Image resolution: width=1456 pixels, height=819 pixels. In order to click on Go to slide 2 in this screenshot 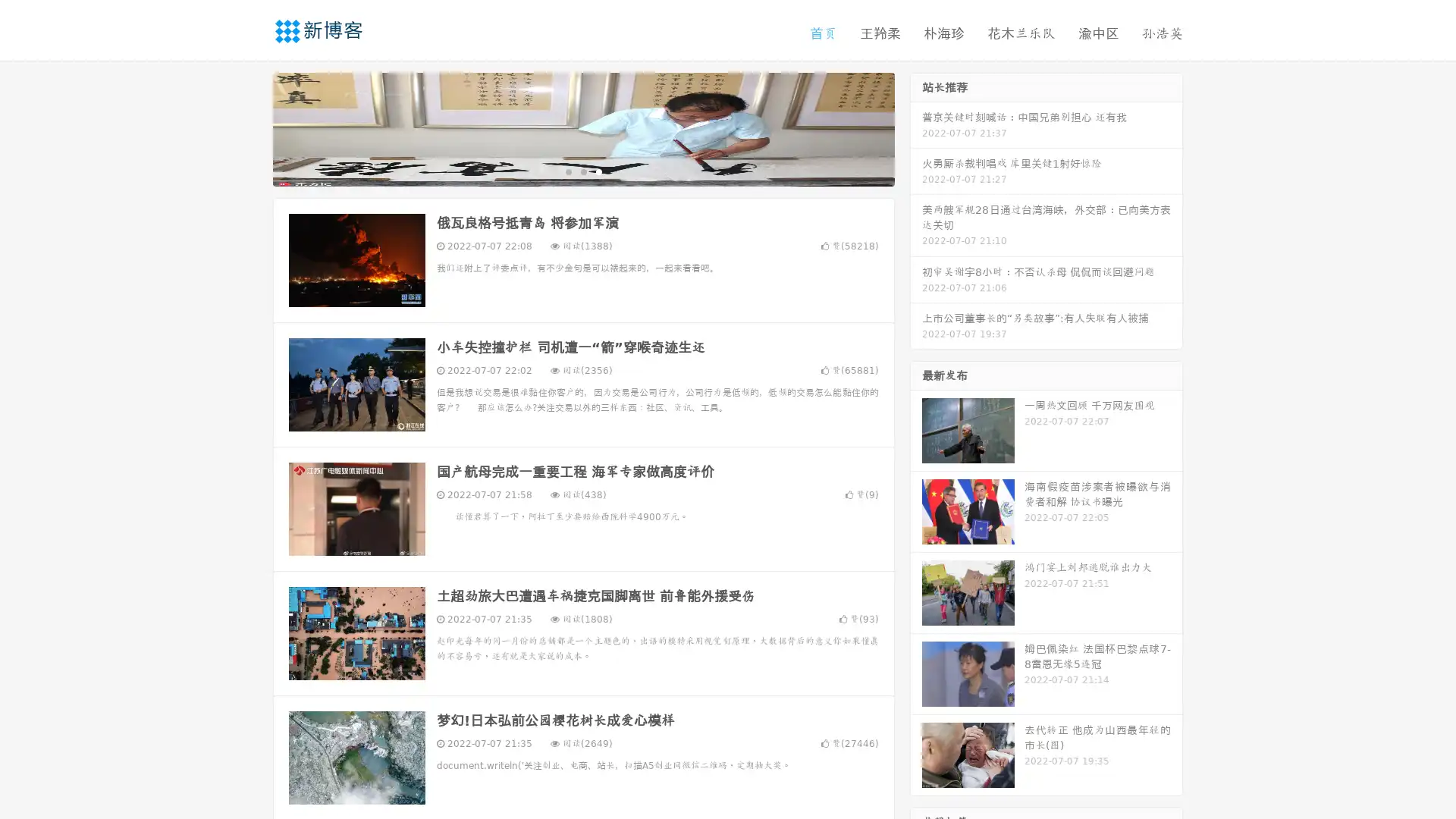, I will do `click(582, 171)`.